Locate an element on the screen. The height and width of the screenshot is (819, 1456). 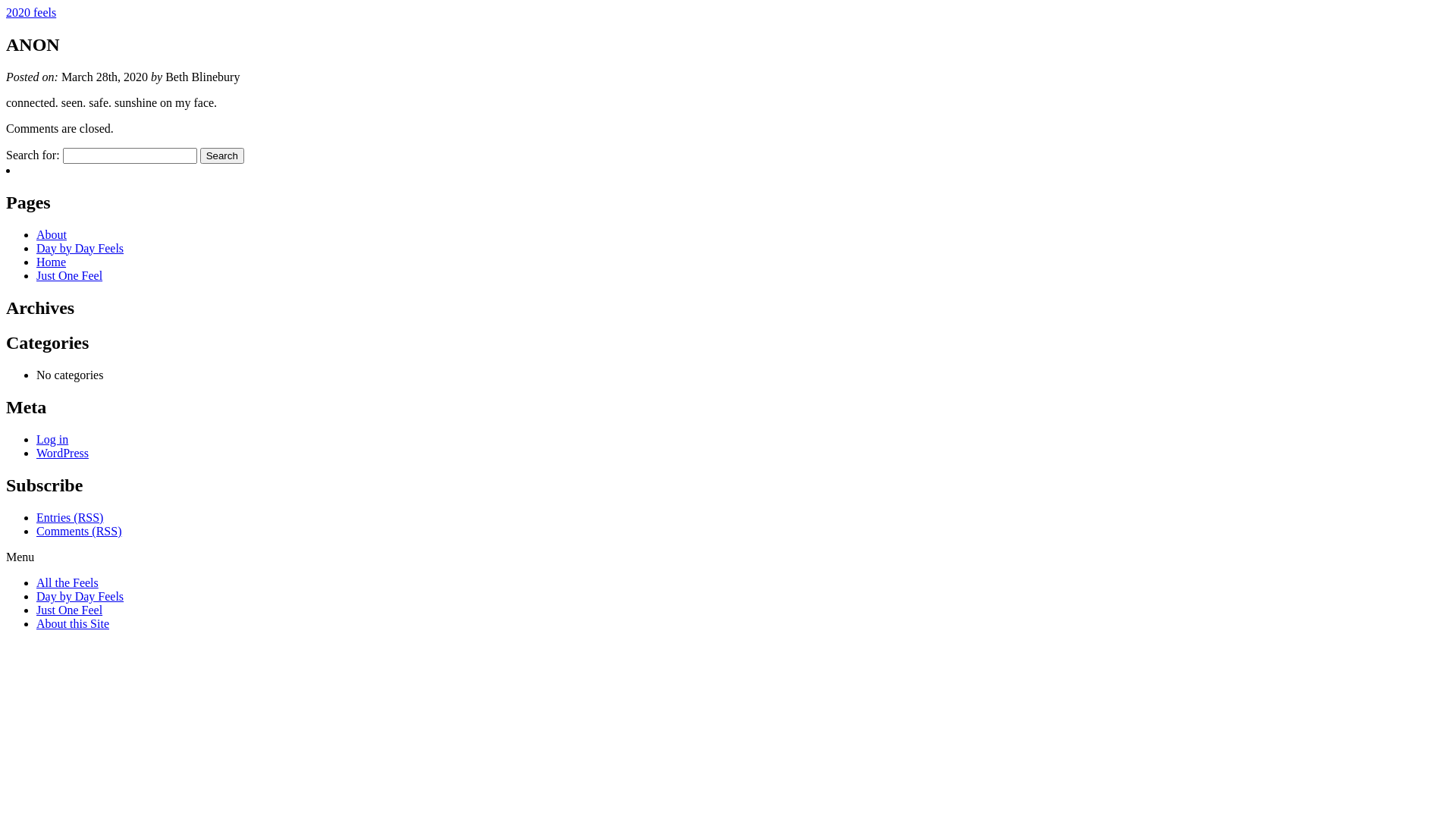
'Just One Feel' is located at coordinates (68, 275).